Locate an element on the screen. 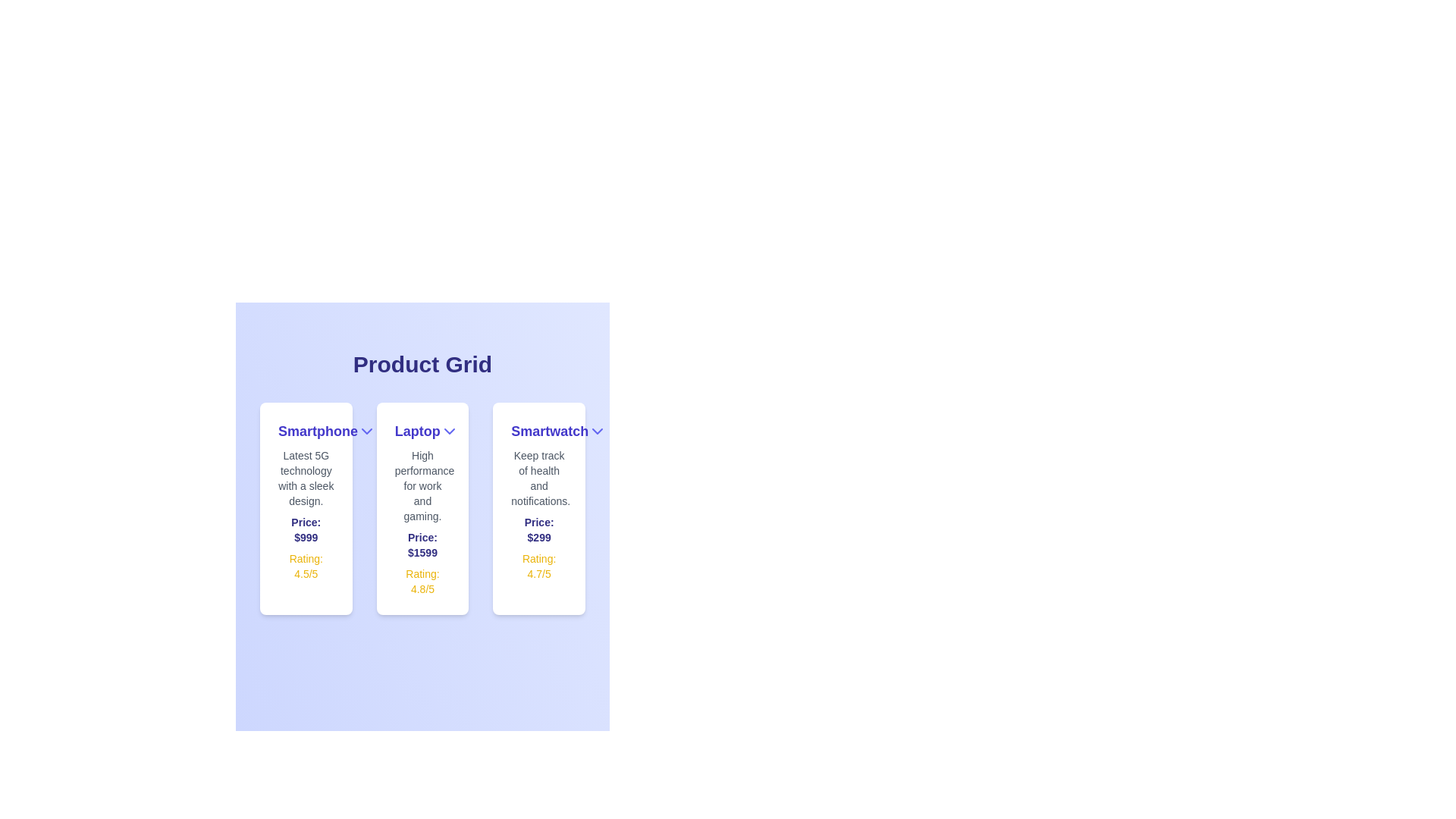 The image size is (1456, 819). the expand/collapse toggle icon located to the right of the 'Smartwatch' text is located at coordinates (597, 431).